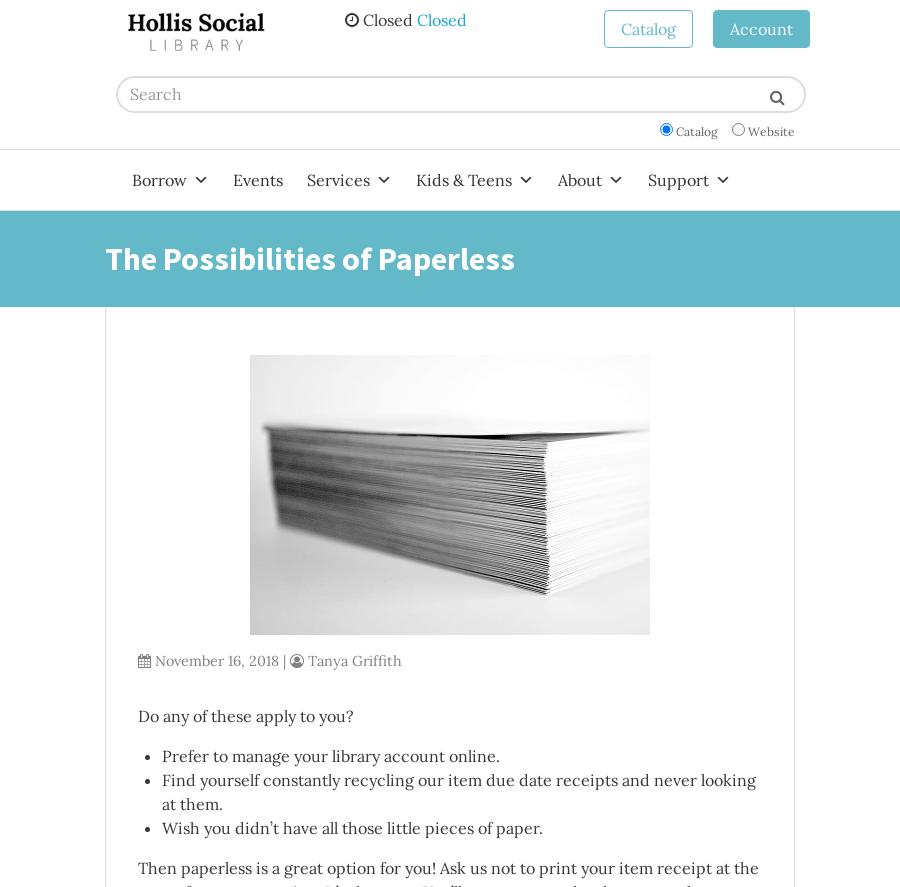  Describe the element at coordinates (330, 754) in the screenshot. I see `'Prefer to manage your library account online.'` at that location.